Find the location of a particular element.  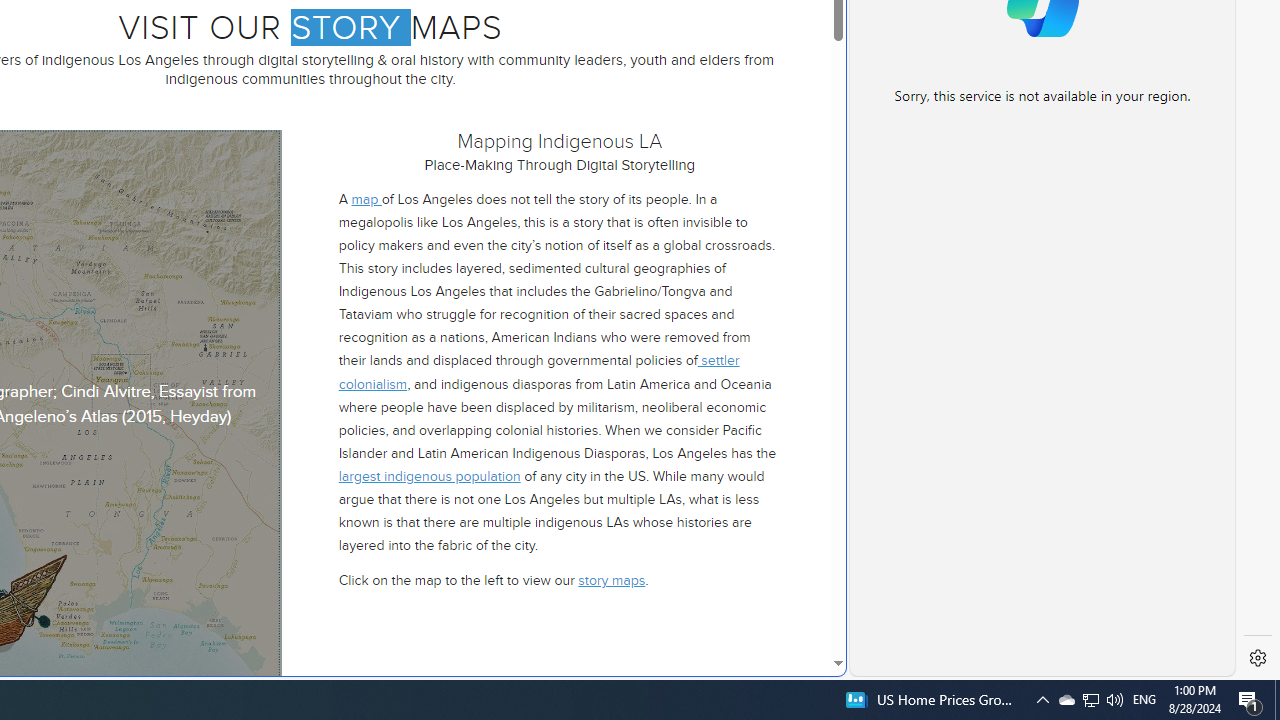

'Settings' is located at coordinates (1257, 658).